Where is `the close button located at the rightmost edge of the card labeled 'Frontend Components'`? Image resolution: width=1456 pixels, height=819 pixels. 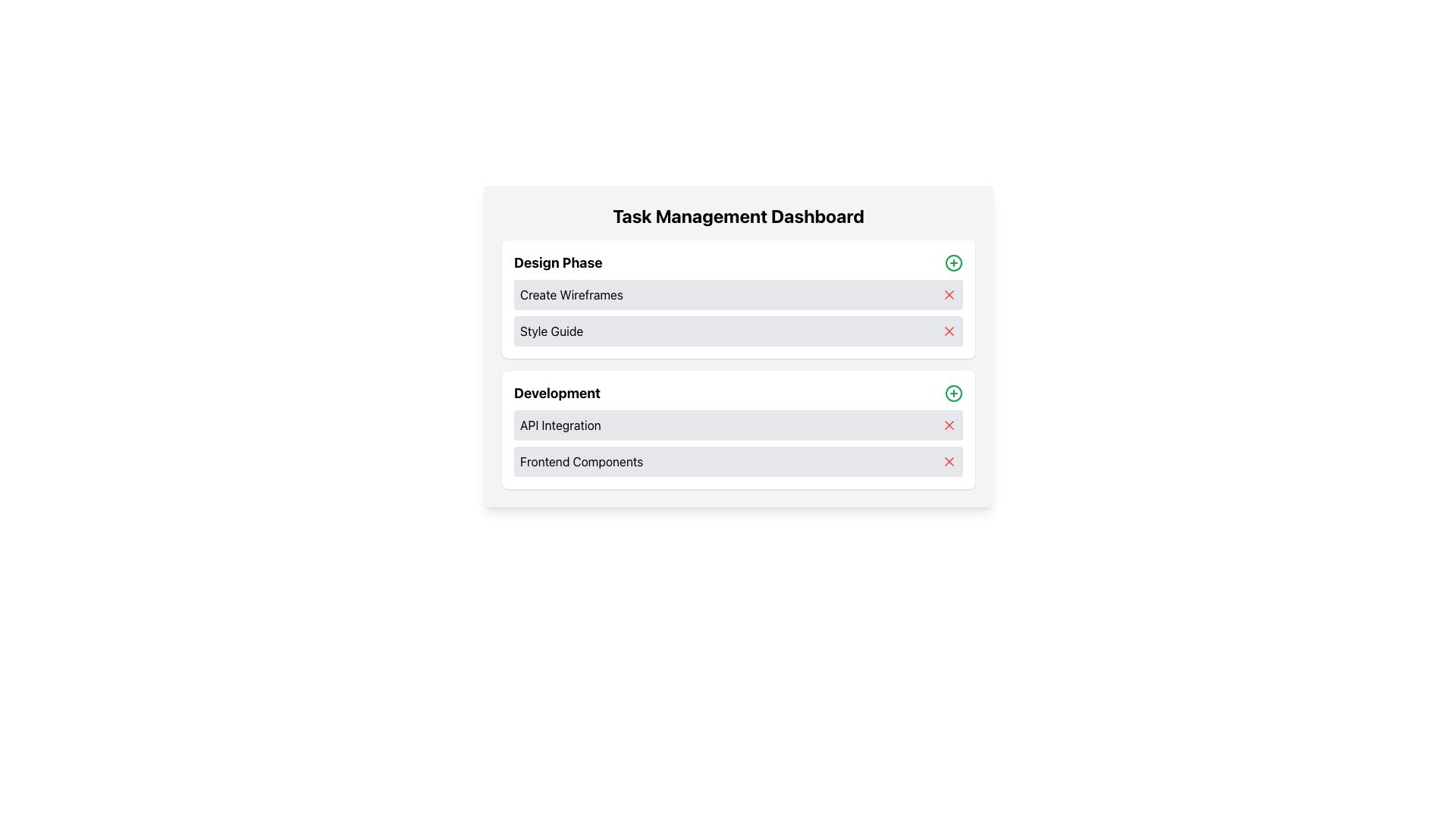
the close button located at the rightmost edge of the card labeled 'Frontend Components' is located at coordinates (949, 461).